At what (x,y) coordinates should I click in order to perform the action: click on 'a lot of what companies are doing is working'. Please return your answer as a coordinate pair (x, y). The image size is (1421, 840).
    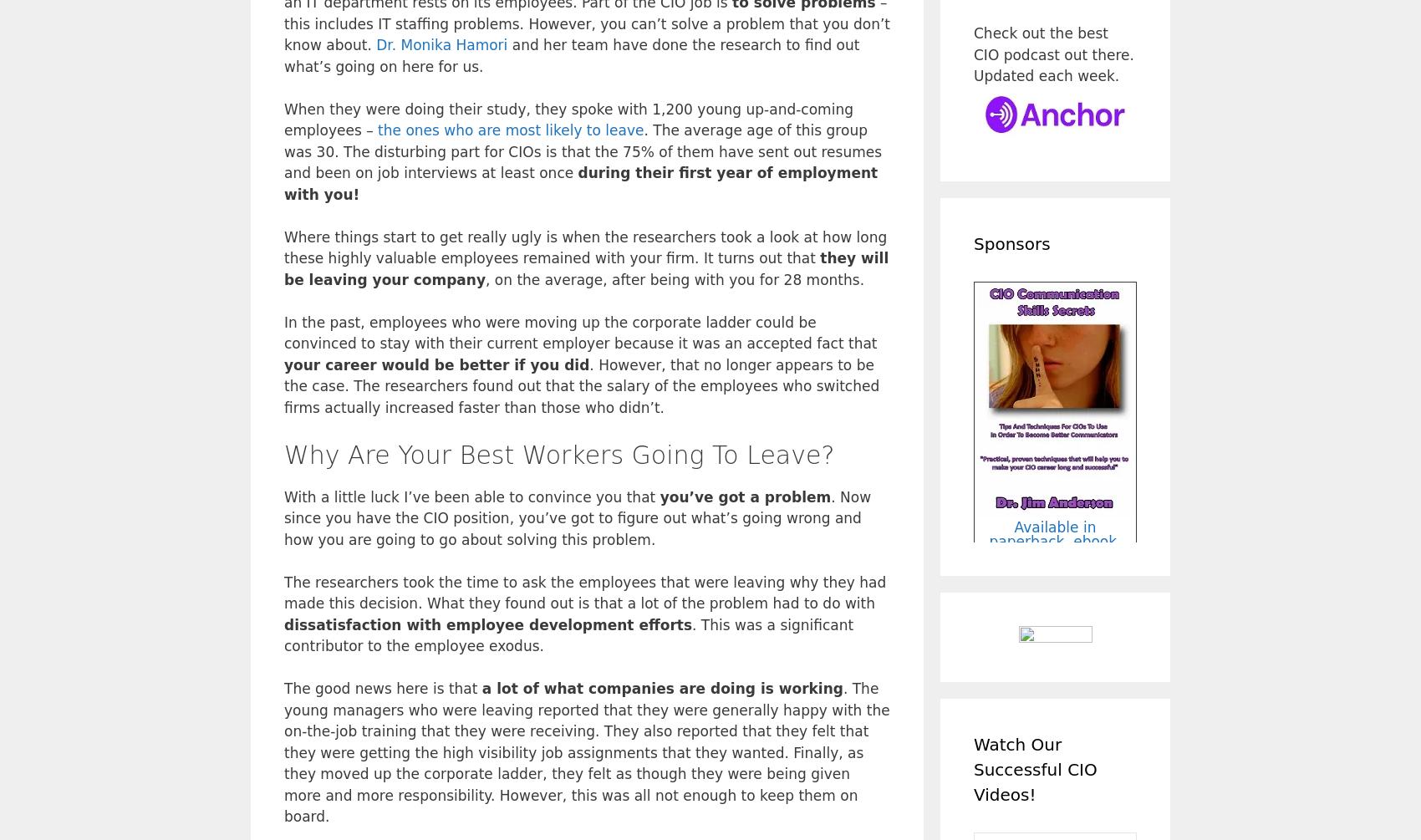
    Looking at the image, I should click on (480, 688).